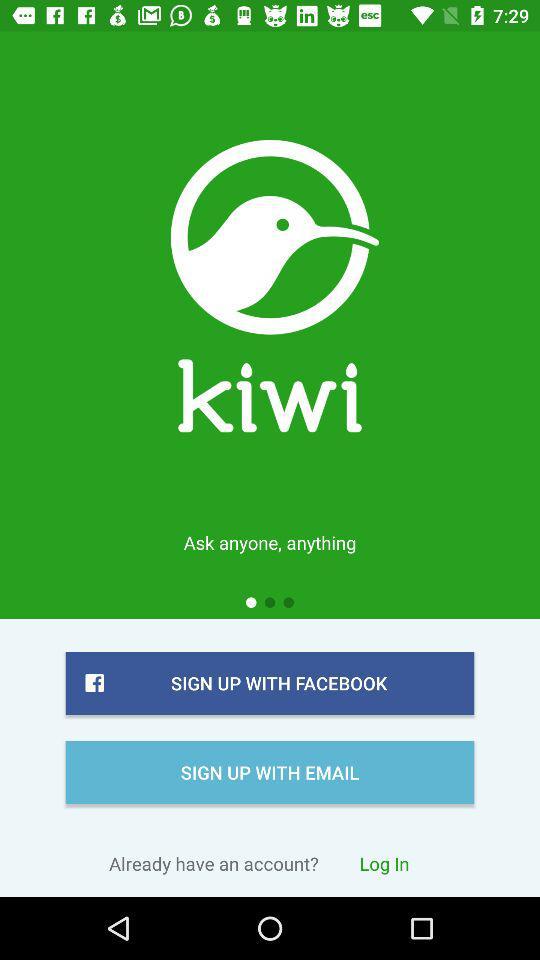 The height and width of the screenshot is (960, 540). What do you see at coordinates (384, 862) in the screenshot?
I see `the log in at the bottom right corner` at bounding box center [384, 862].